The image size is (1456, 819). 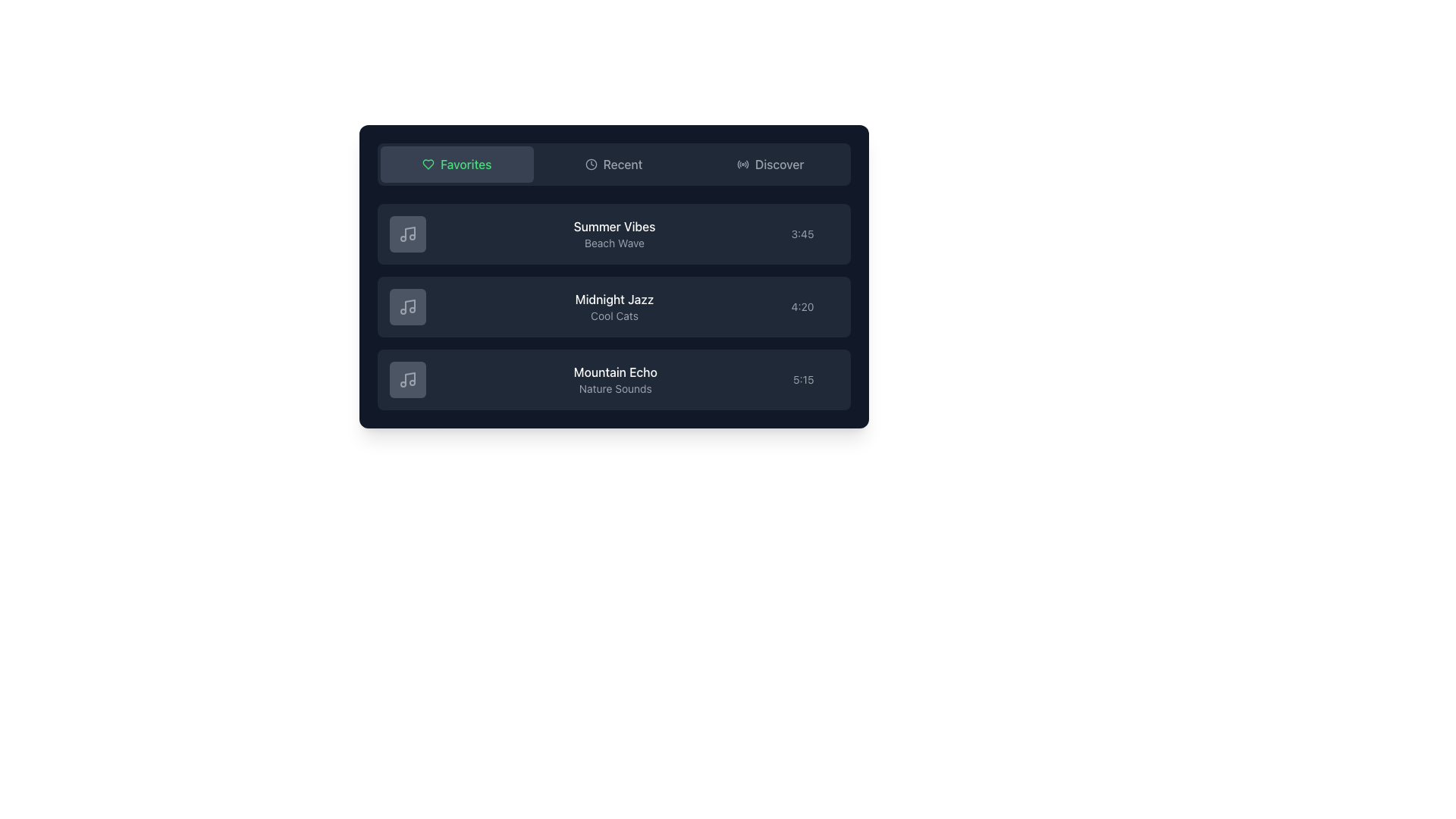 What do you see at coordinates (407, 234) in the screenshot?
I see `the music-related icon representing 'Summer Vibes' in the vertical list` at bounding box center [407, 234].